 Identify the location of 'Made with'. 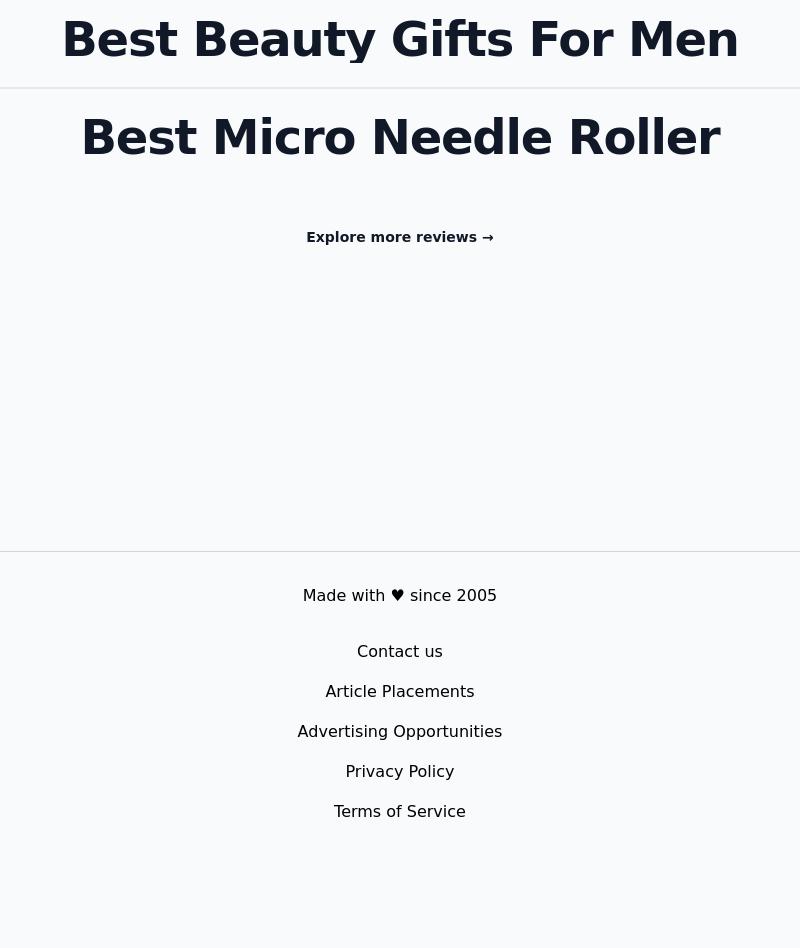
(346, 593).